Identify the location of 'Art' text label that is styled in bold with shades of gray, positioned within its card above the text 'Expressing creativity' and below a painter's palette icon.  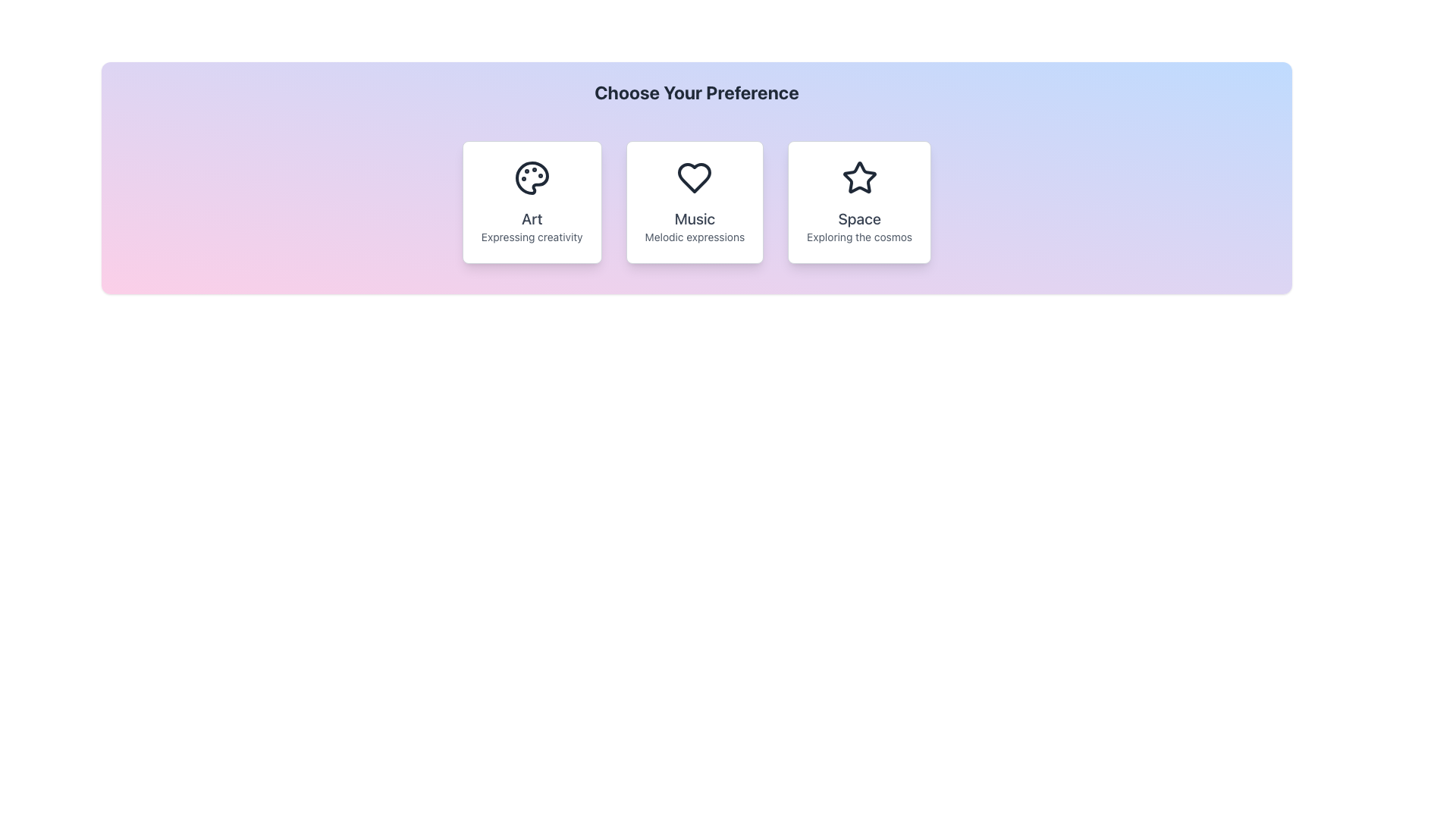
(532, 219).